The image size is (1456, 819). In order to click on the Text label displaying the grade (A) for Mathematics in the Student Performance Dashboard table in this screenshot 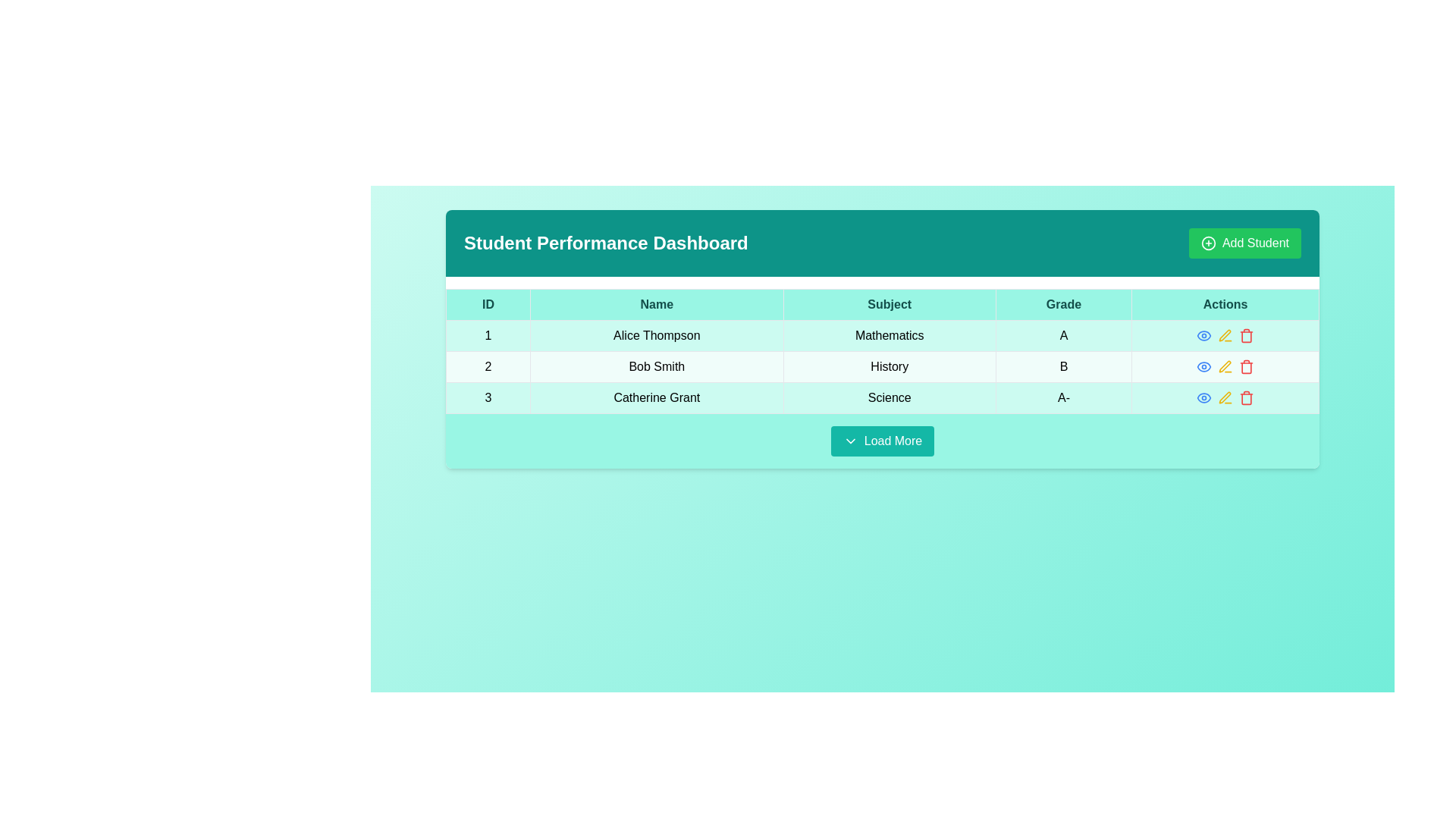, I will do `click(1062, 335)`.